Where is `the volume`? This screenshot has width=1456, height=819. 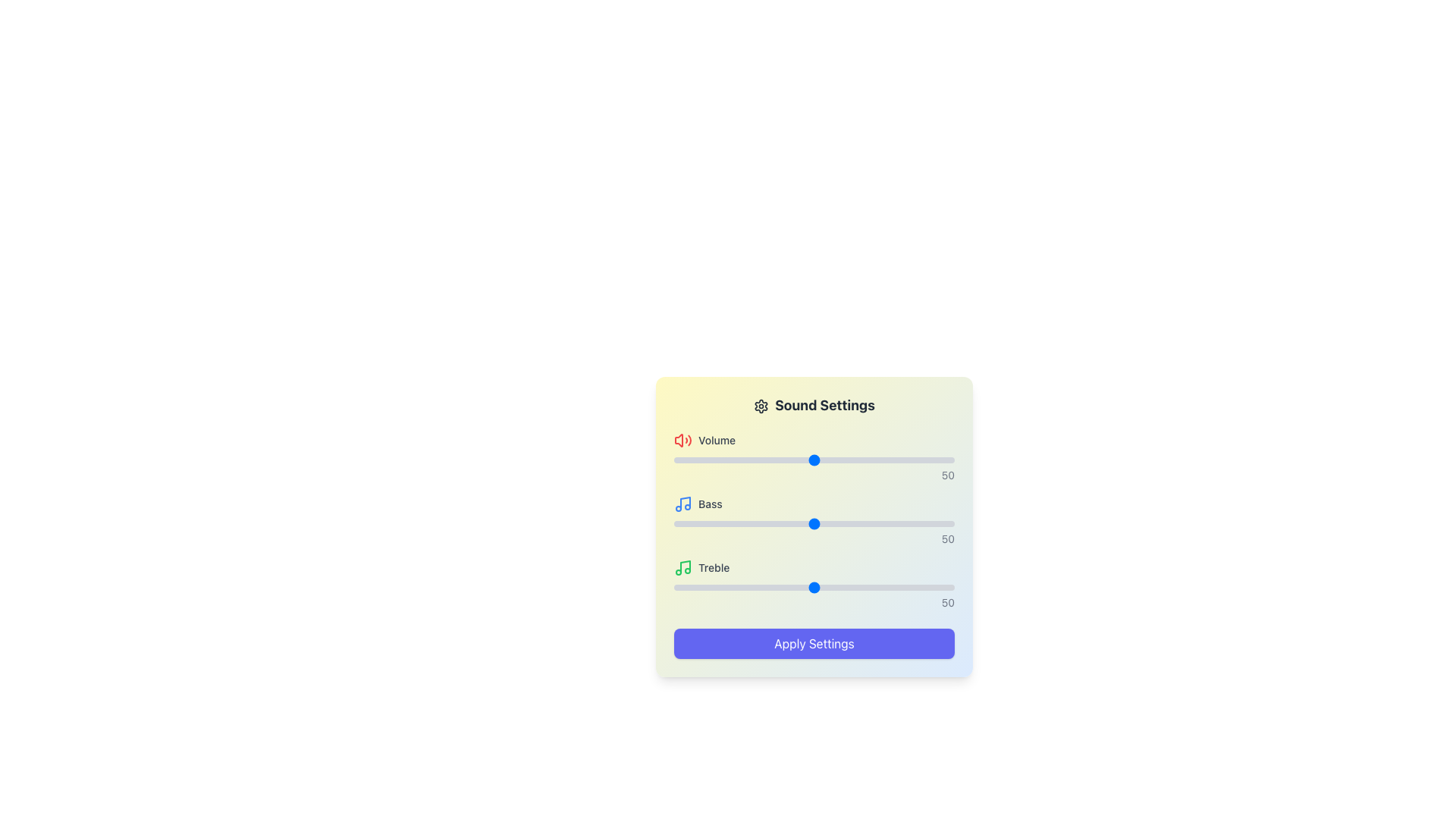
the volume is located at coordinates (909, 459).